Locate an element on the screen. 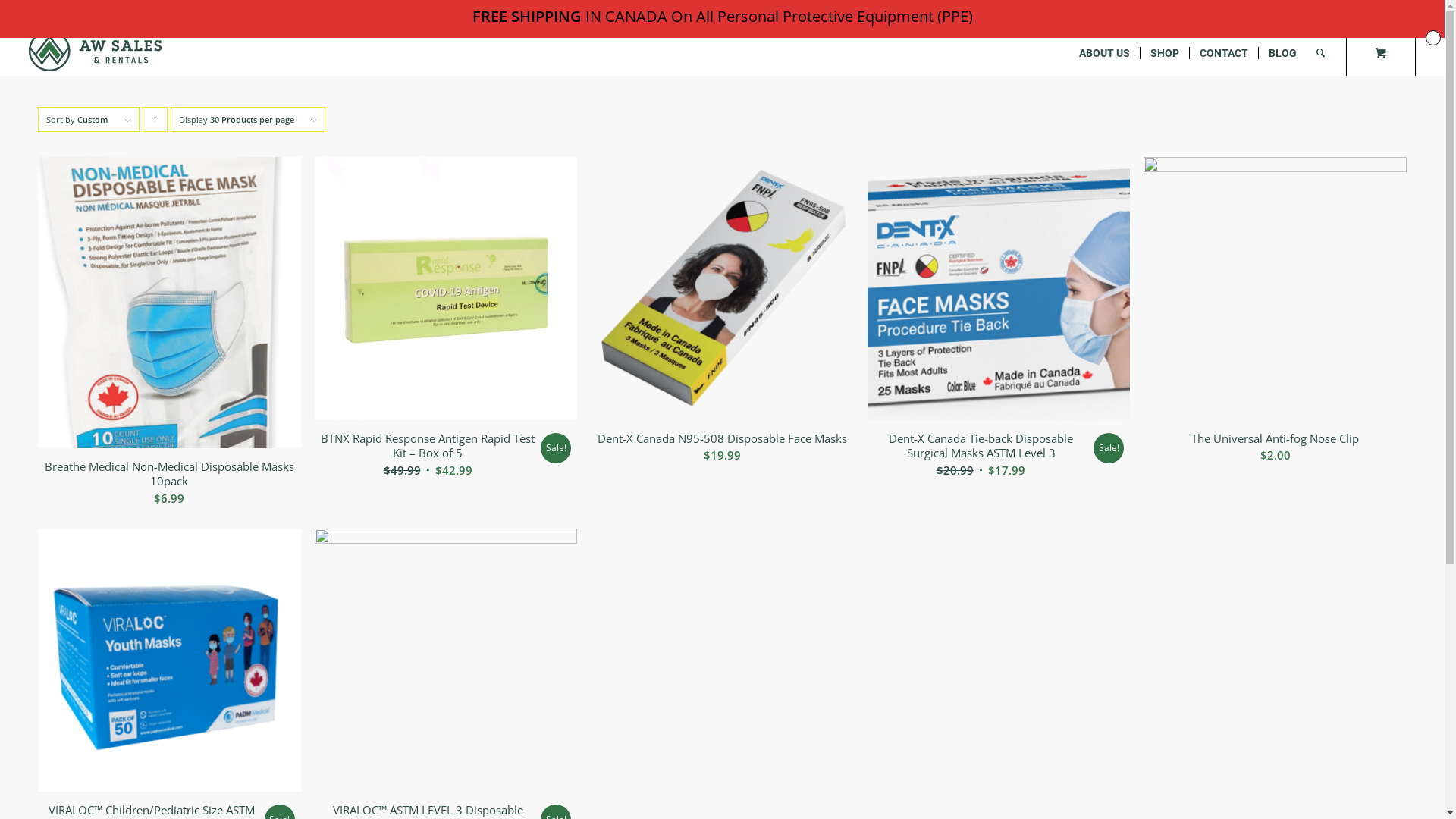 The height and width of the screenshot is (819, 1456). 'CONTACT' is located at coordinates (1223, 52).